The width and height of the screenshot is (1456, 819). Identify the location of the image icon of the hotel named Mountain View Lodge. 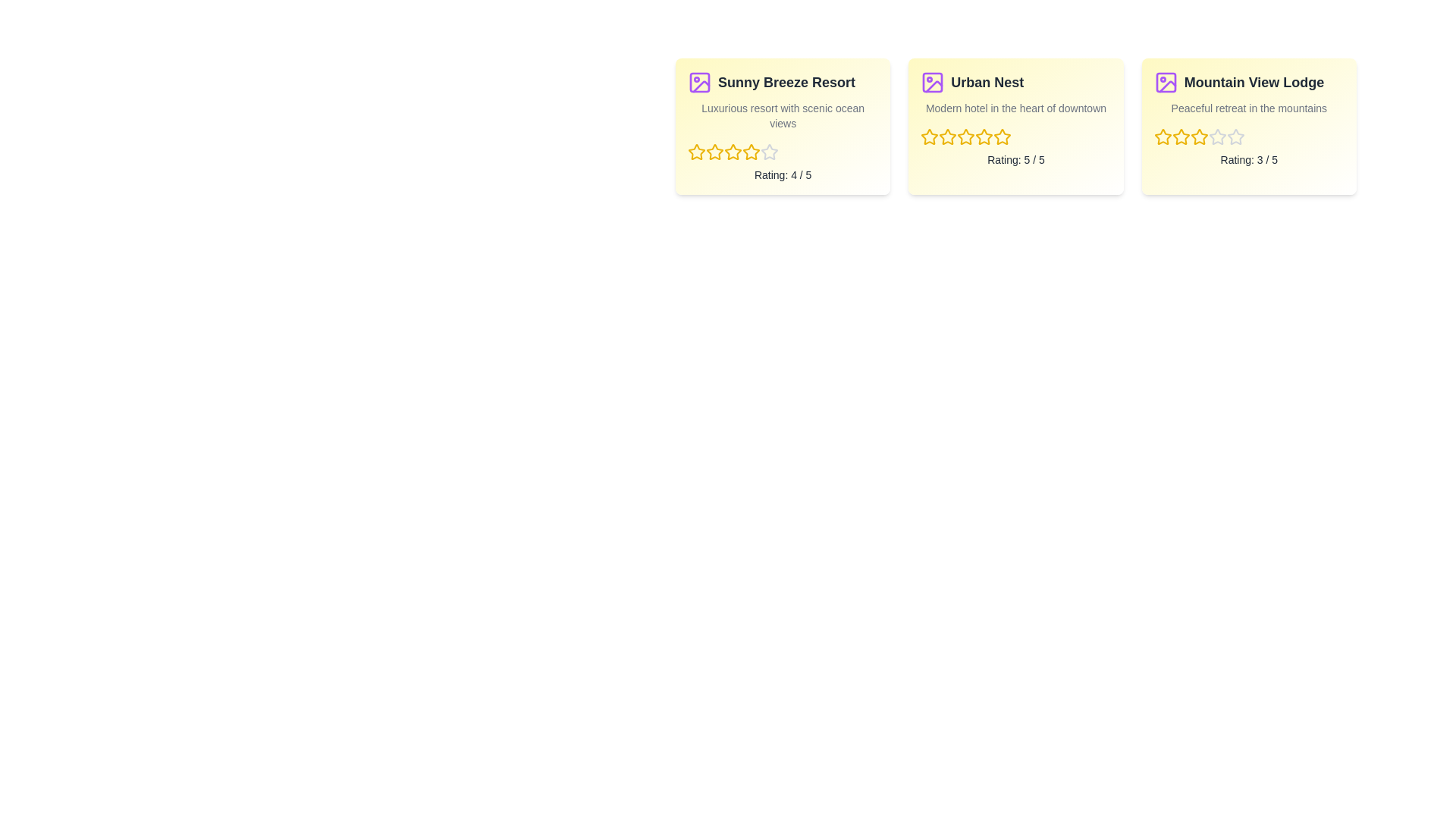
(1164, 82).